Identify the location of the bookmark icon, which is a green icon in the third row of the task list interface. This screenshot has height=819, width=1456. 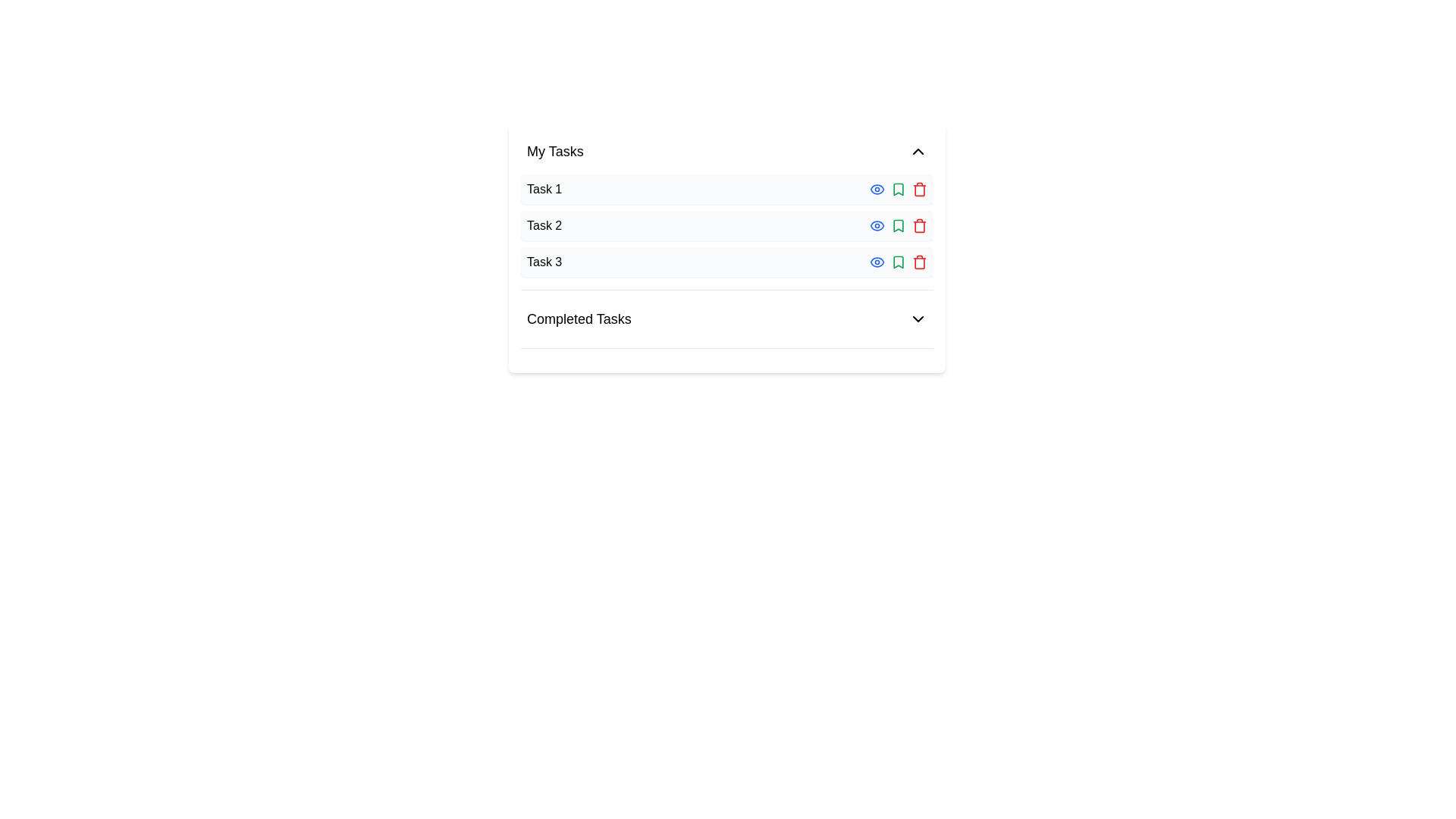
(899, 262).